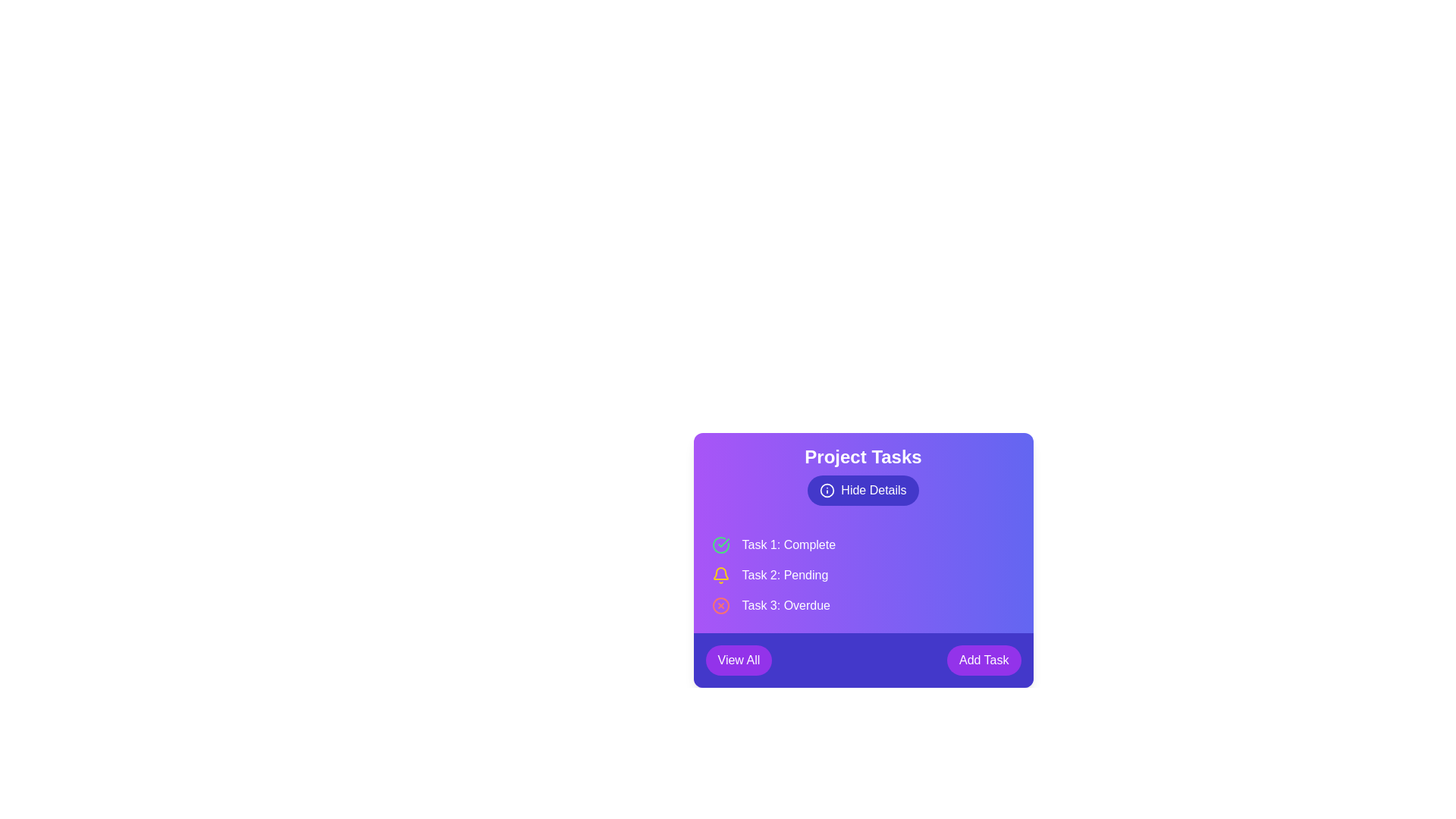  I want to click on the 'Hide Details' button within the 'Project Tasks' section of the card-like UI element, so click(863, 475).